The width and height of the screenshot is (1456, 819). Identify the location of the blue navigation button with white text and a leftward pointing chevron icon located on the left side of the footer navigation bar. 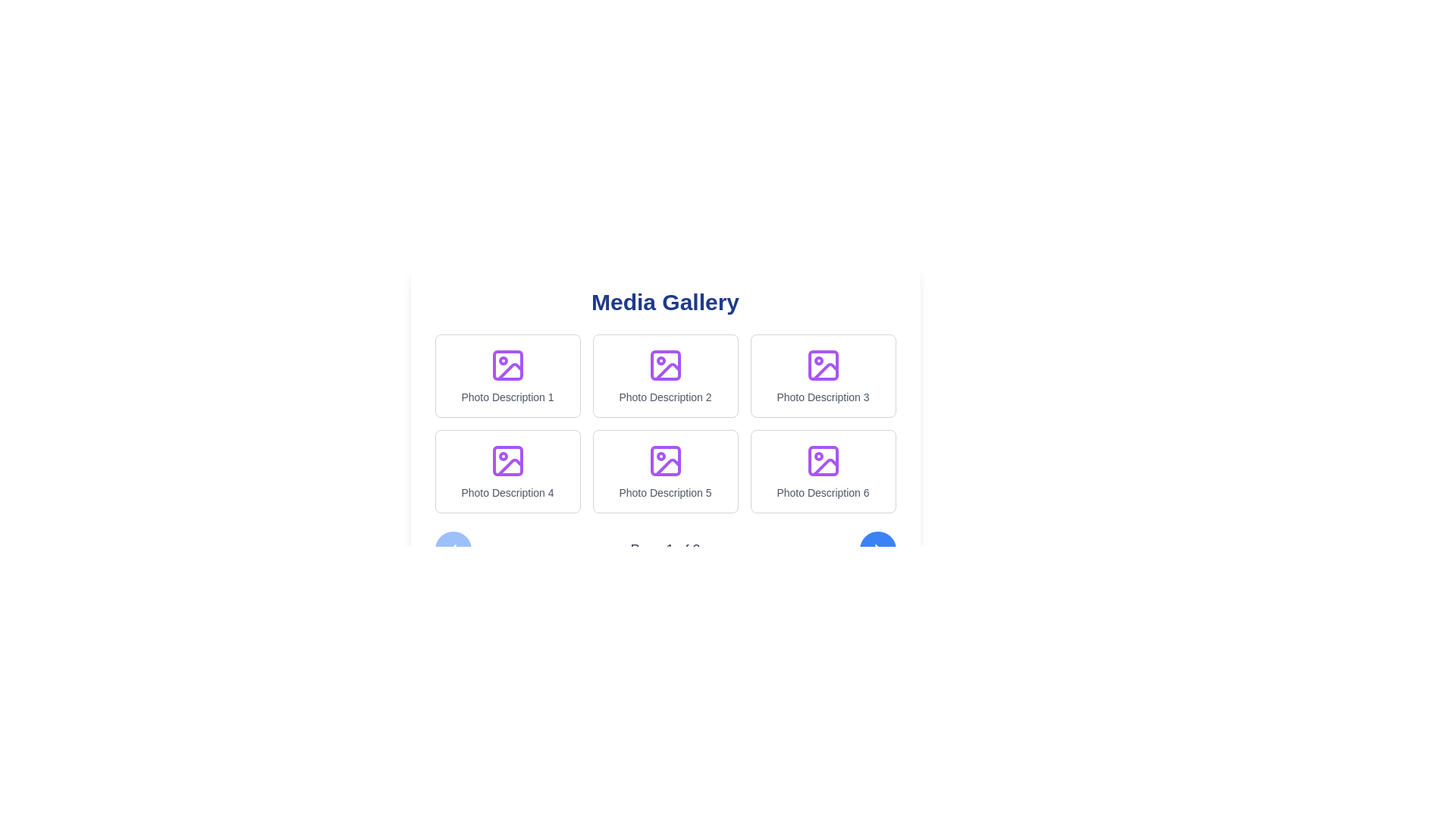
(452, 550).